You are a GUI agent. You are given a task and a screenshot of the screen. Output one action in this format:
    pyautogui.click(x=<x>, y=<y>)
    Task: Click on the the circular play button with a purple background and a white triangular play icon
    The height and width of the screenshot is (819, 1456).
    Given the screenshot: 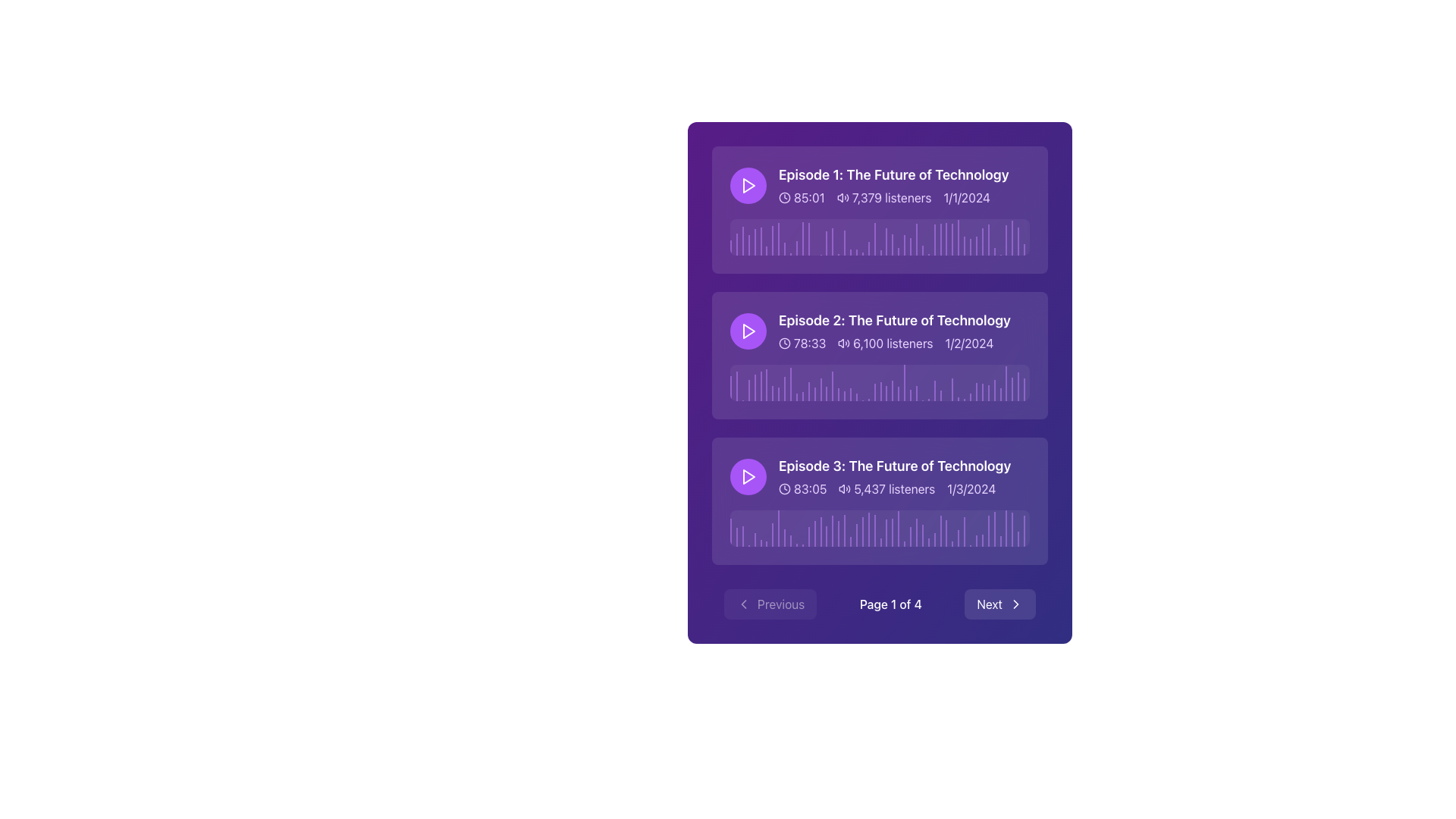 What is the action you would take?
    pyautogui.click(x=748, y=475)
    